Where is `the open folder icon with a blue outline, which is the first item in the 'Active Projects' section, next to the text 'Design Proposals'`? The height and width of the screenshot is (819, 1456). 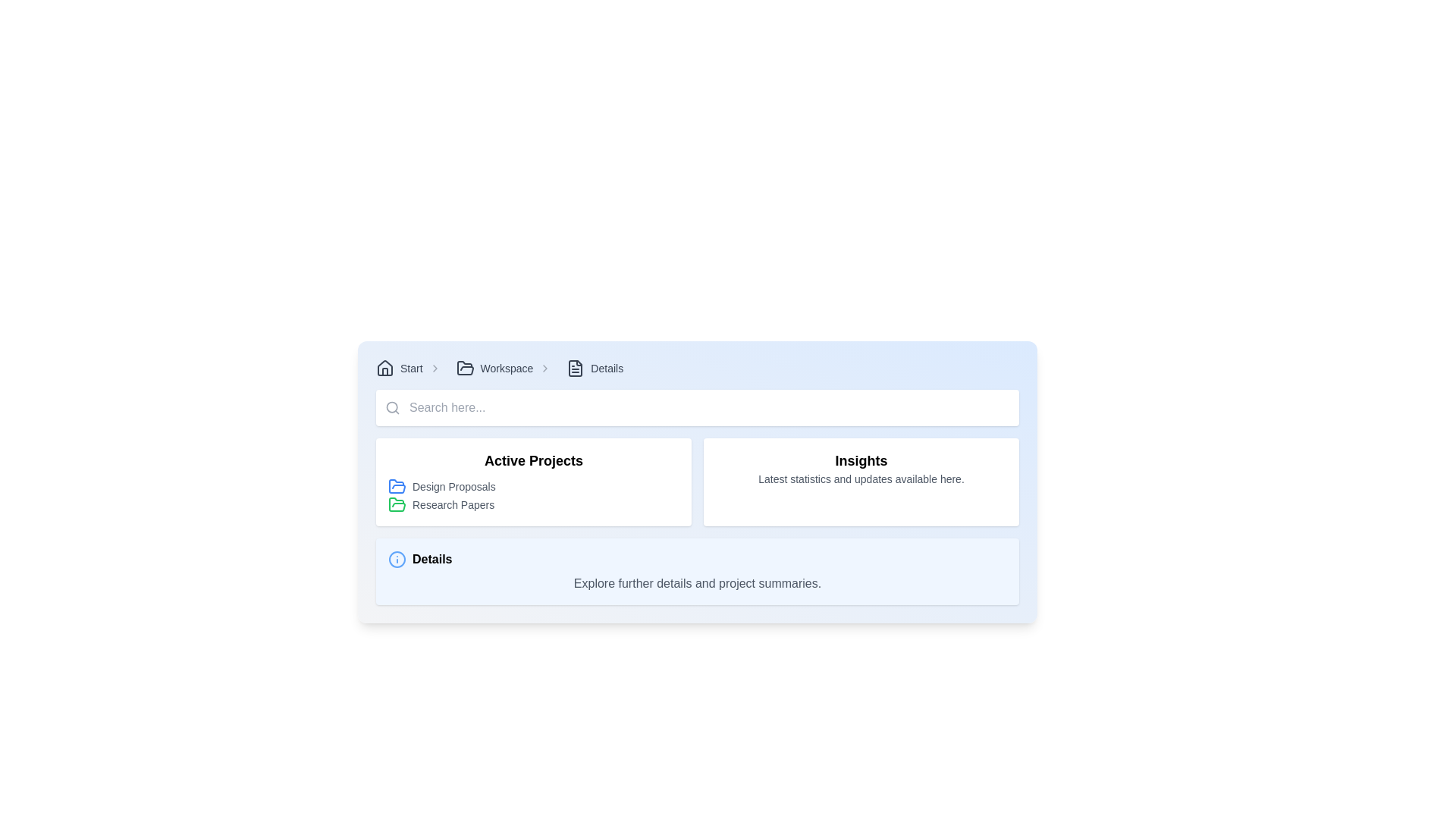 the open folder icon with a blue outline, which is the first item in the 'Active Projects' section, next to the text 'Design Proposals' is located at coordinates (397, 486).